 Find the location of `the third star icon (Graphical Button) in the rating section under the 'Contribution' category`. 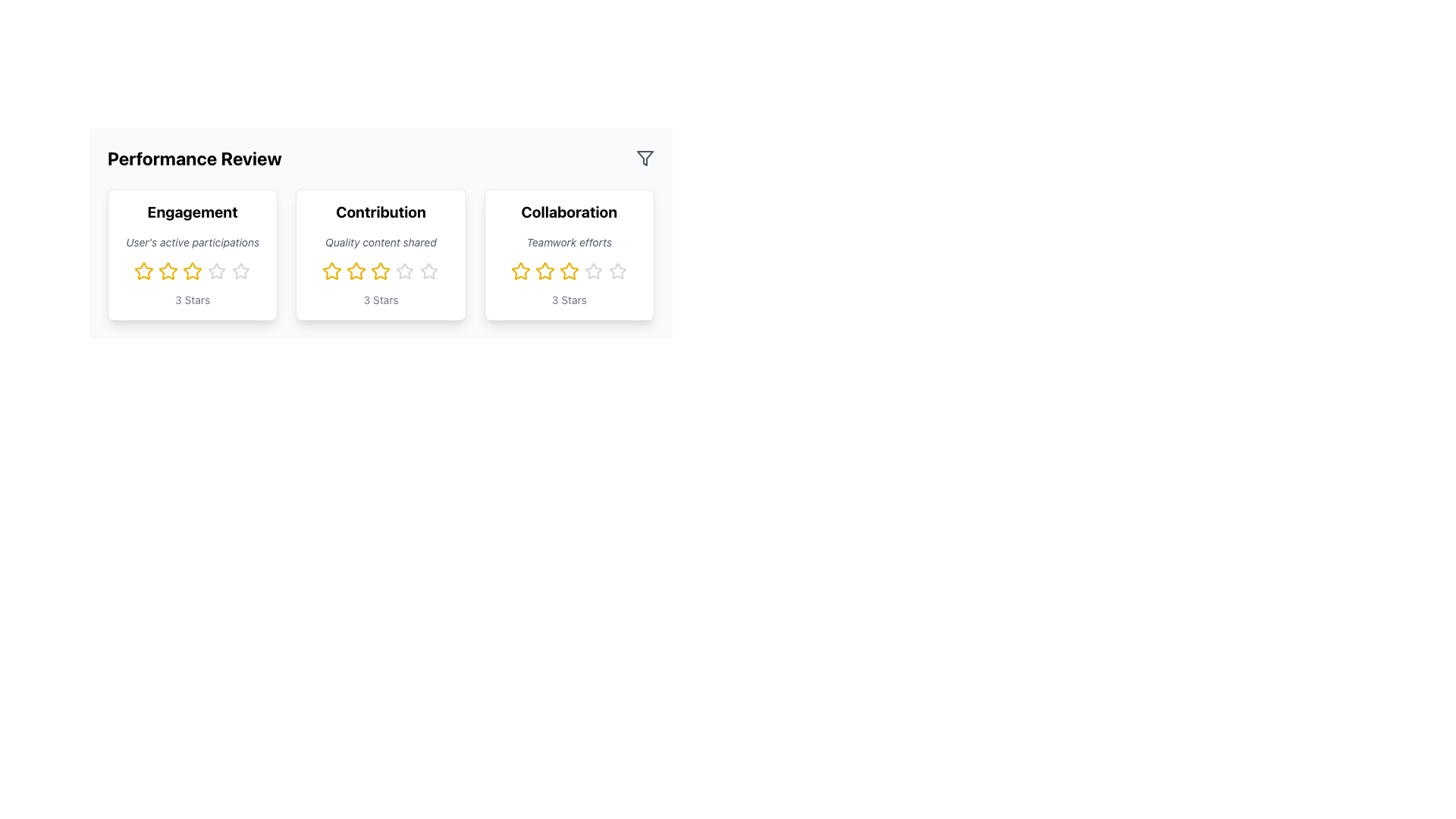

the third star icon (Graphical Button) in the rating section under the 'Contribution' category is located at coordinates (356, 270).